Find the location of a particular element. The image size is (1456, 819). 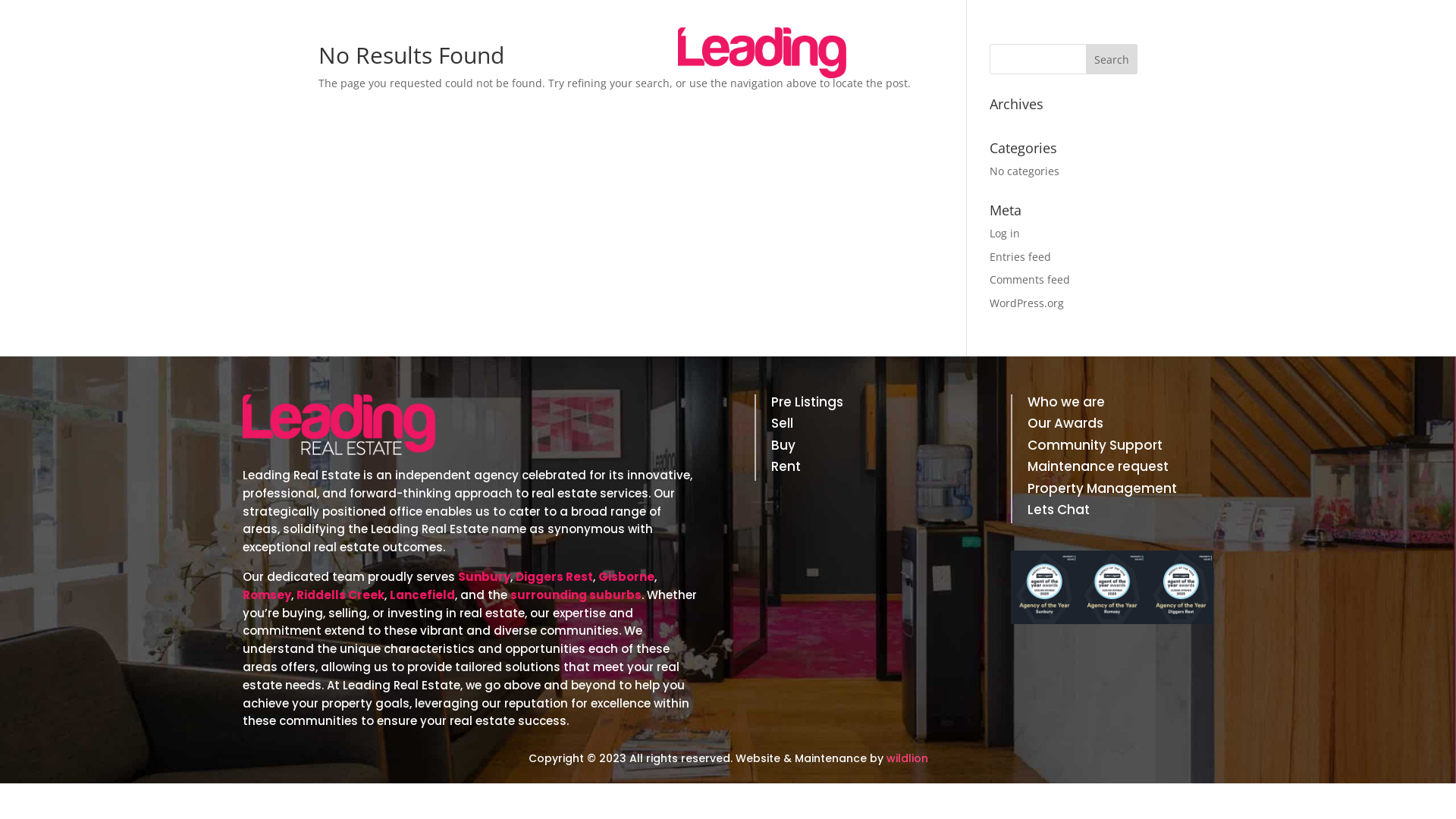

'Community Support' is located at coordinates (1027, 447).